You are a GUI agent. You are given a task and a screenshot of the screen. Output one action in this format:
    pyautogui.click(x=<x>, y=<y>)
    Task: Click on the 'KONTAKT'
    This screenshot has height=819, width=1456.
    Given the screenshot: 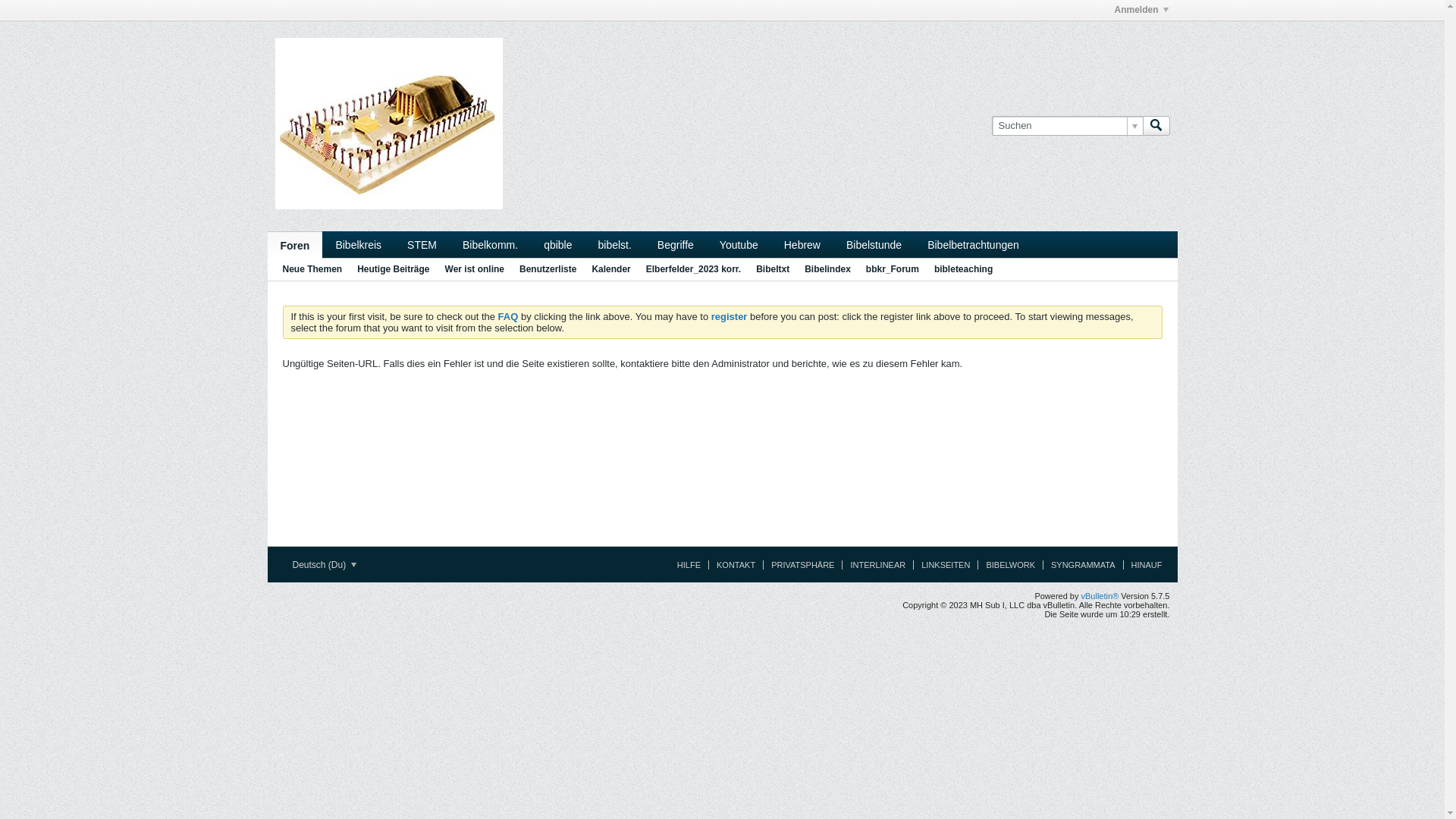 What is the action you would take?
    pyautogui.click(x=708, y=564)
    